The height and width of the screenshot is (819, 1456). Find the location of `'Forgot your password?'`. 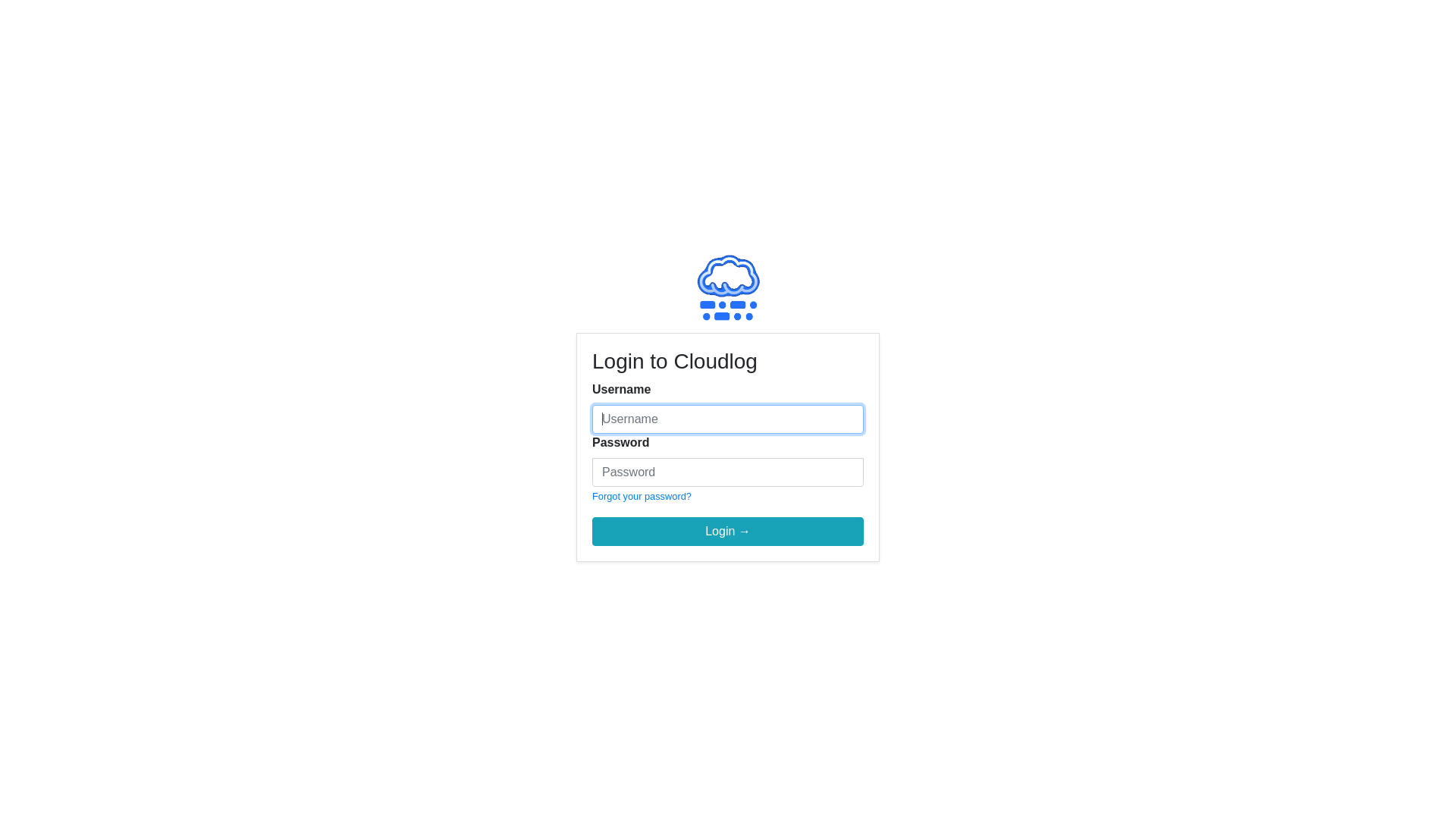

'Forgot your password?' is located at coordinates (642, 496).